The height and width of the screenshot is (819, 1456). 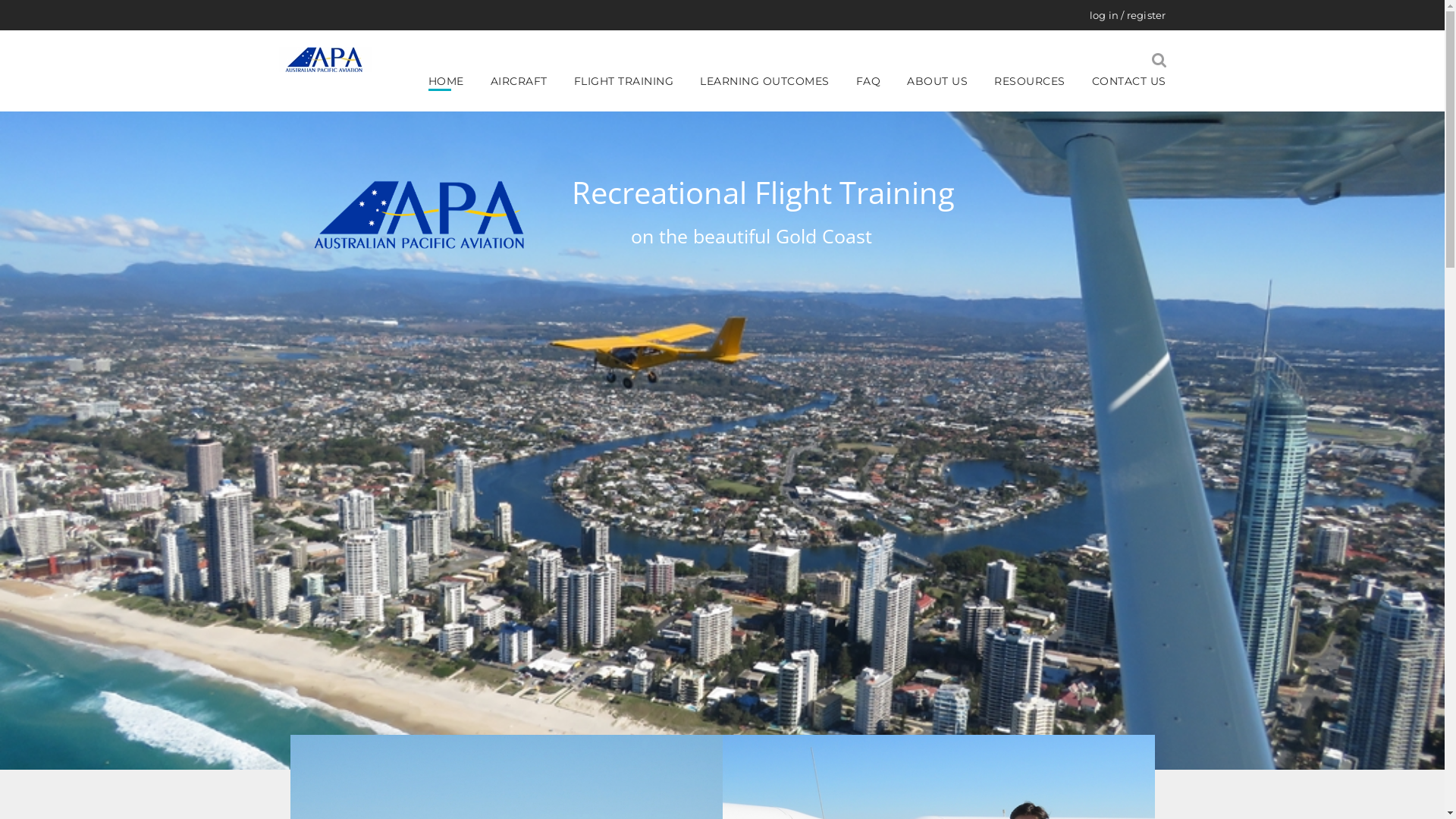 I want to click on 'AIRCRAFT', so click(x=528, y=81).